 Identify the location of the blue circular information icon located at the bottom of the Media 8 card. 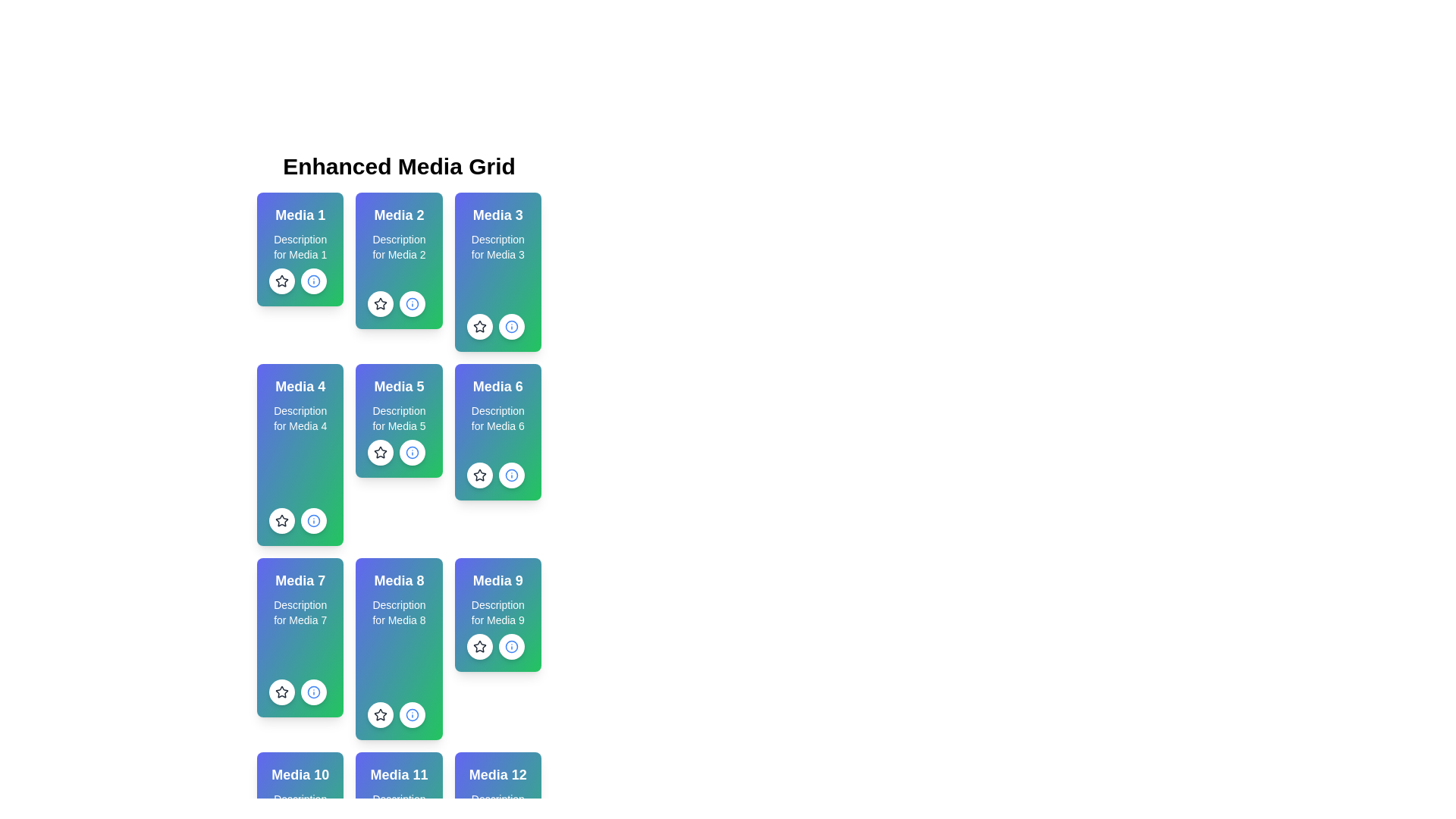
(413, 714).